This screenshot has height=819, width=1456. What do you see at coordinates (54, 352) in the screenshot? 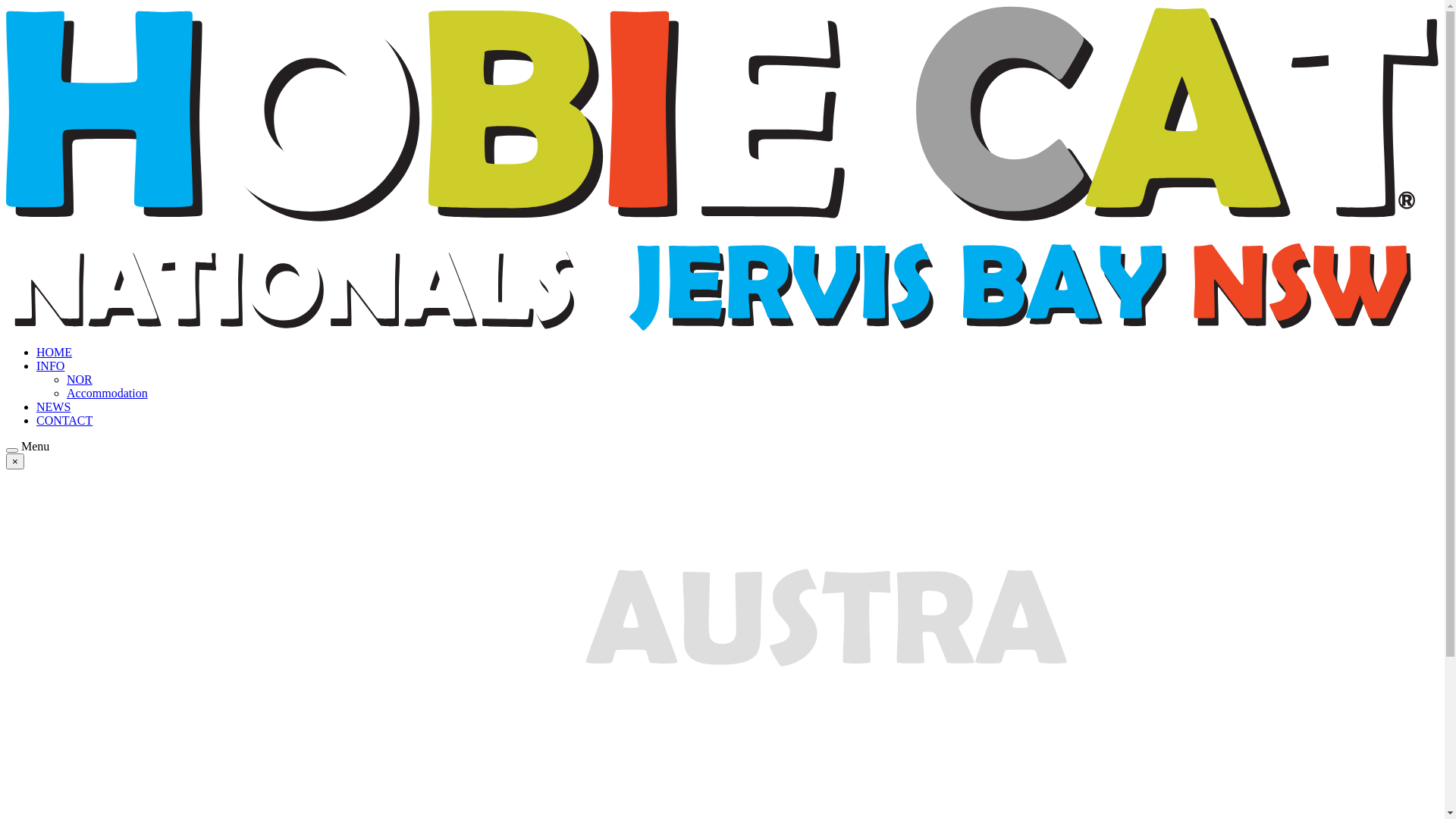
I see `'HOME'` at bounding box center [54, 352].